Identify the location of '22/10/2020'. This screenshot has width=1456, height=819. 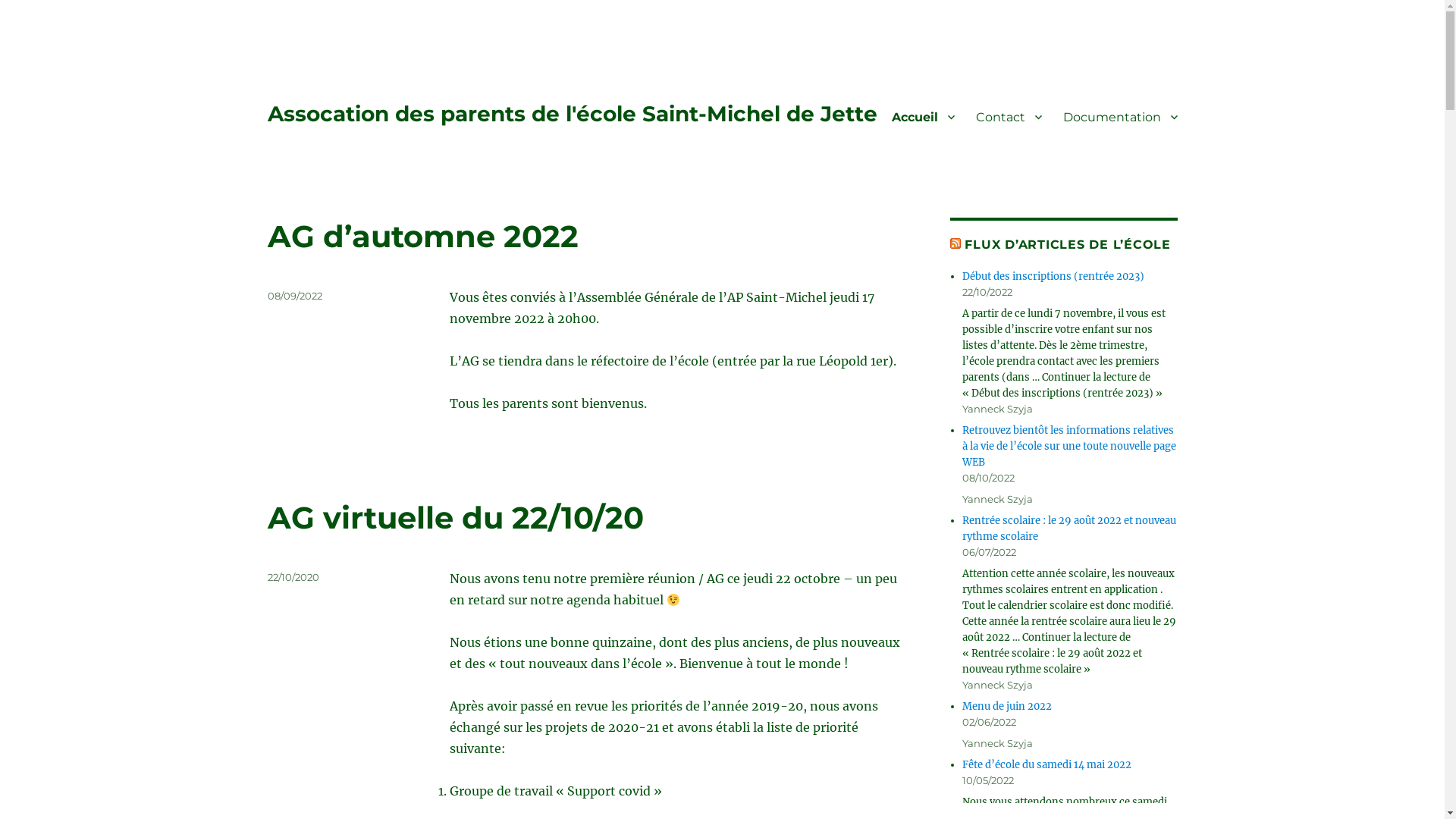
(292, 576).